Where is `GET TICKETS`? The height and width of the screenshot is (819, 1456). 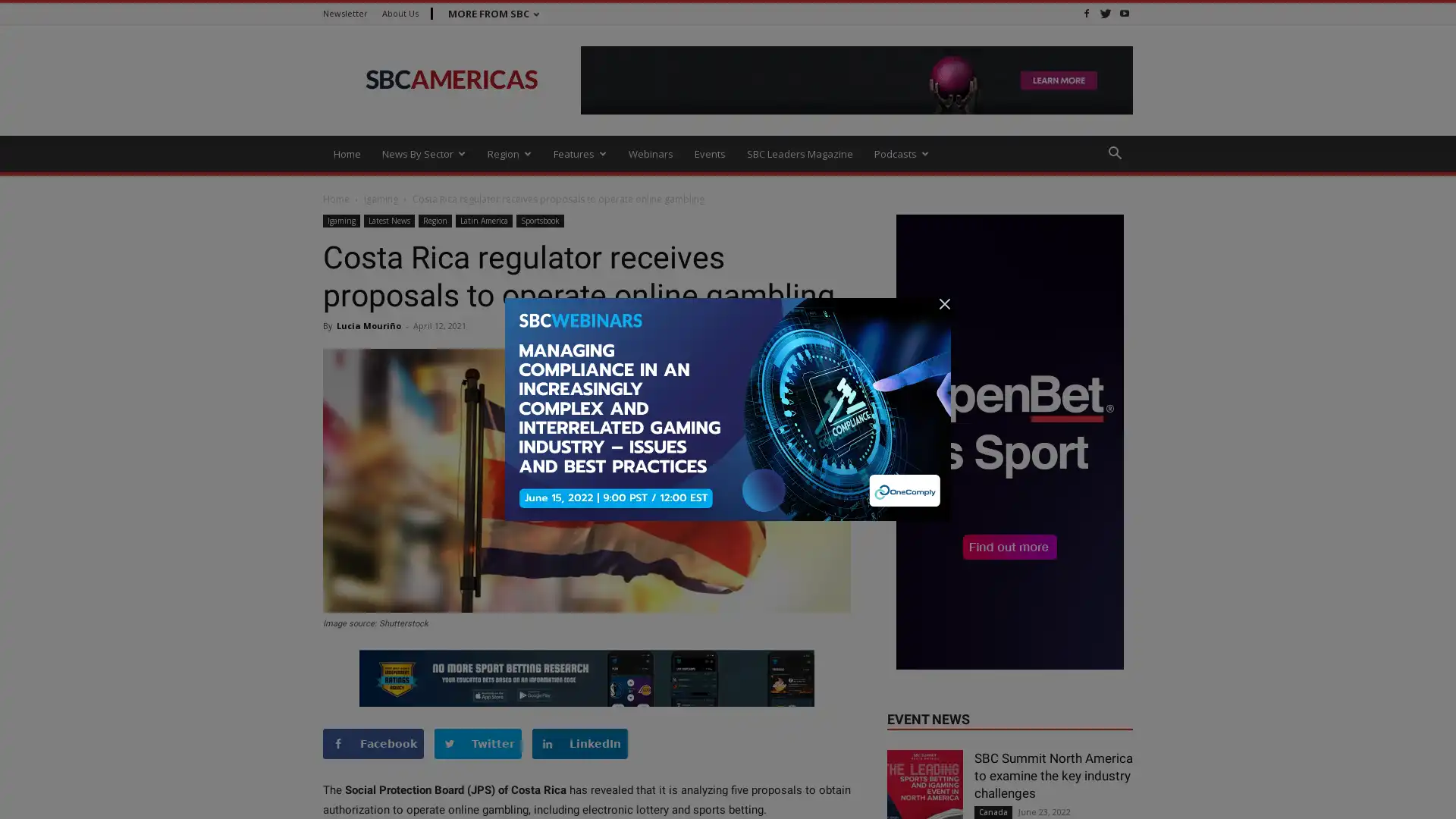 GET TICKETS is located at coordinates (945, 797).